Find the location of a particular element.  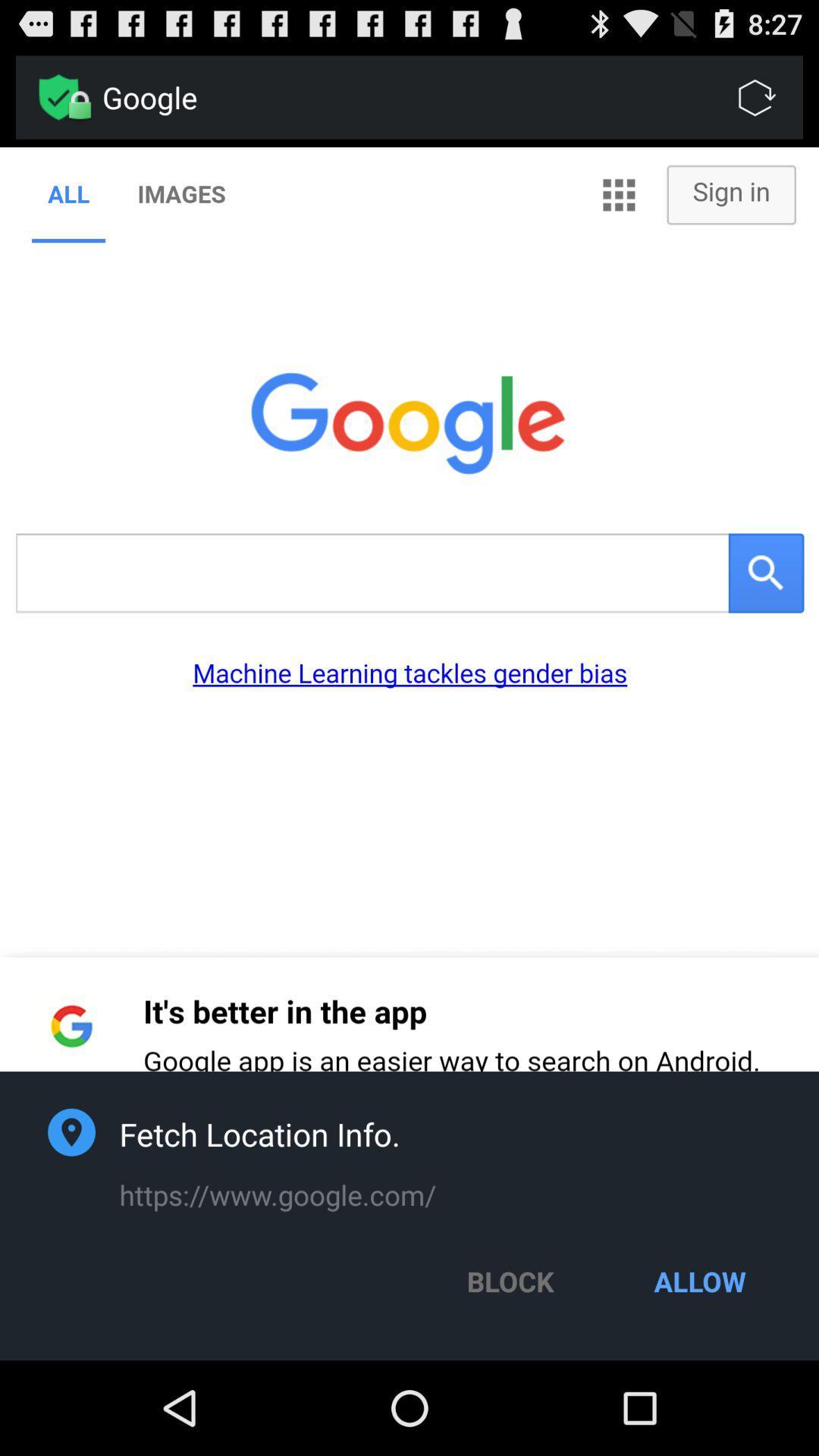

the green icon which is in the black background is located at coordinates (58, 96).